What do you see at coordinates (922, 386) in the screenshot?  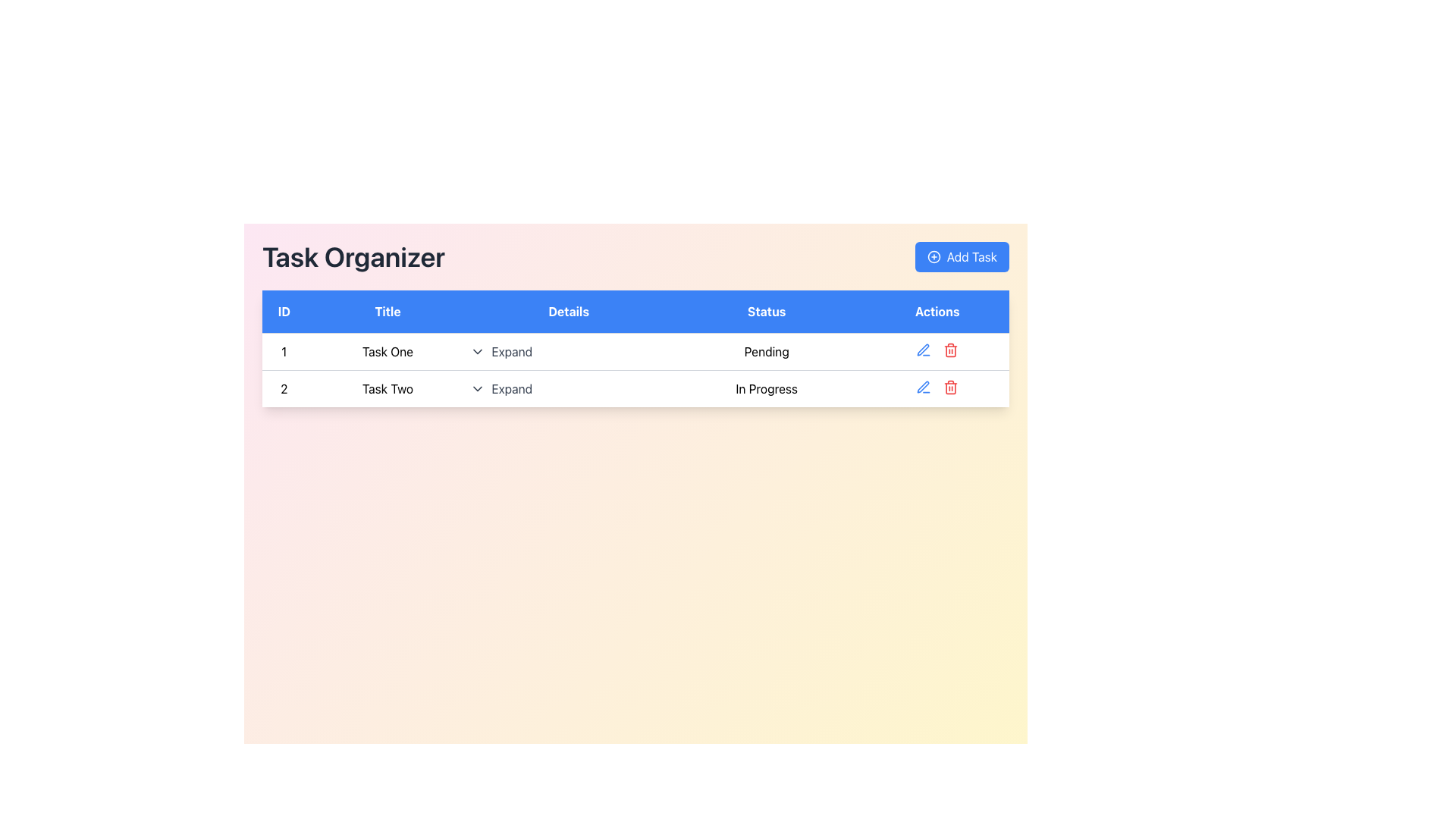 I see `the edit icon located in the 'Actions' column of the second row of the table to modify the corresponding row's content` at bounding box center [922, 386].